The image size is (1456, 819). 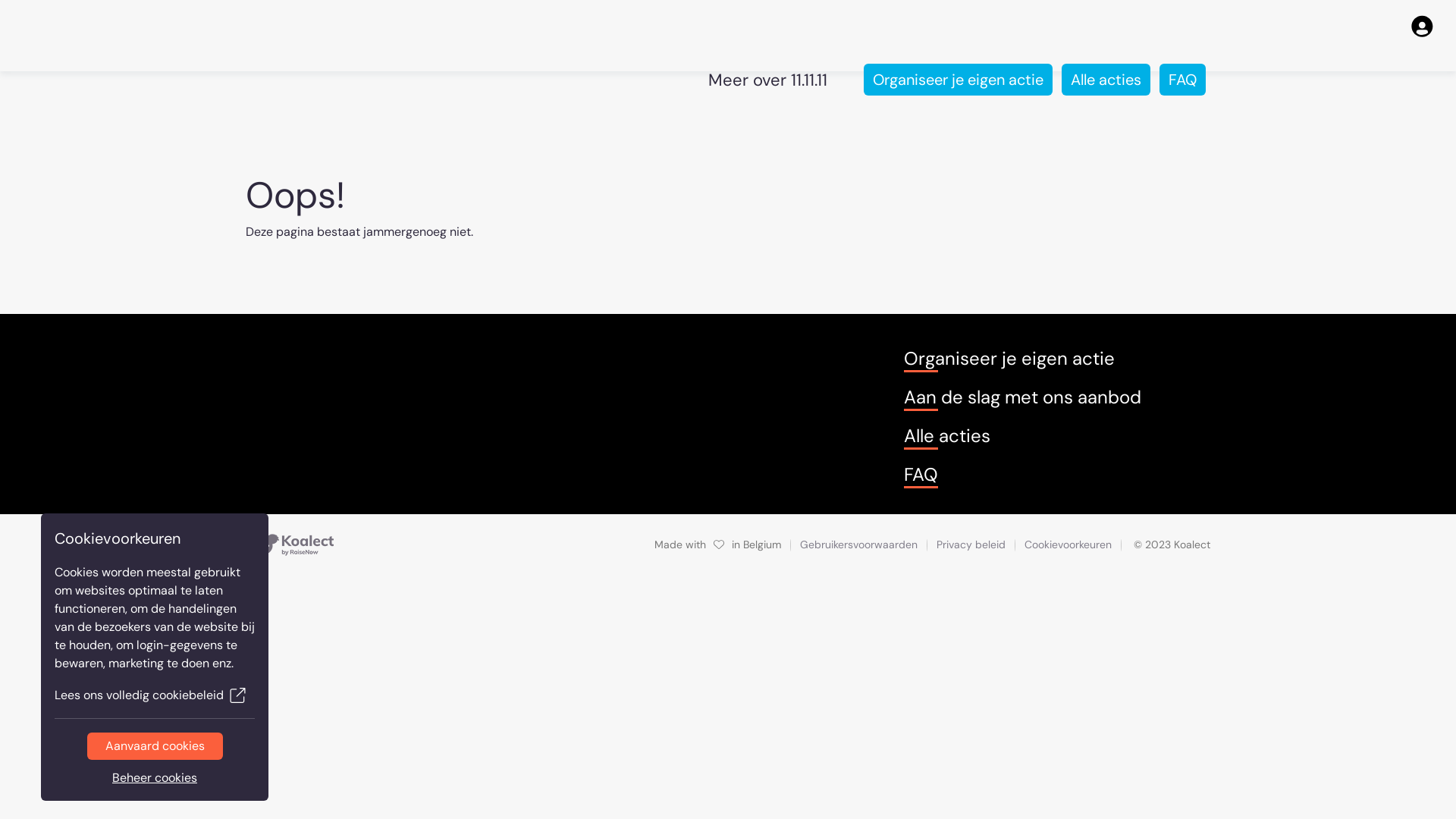 I want to click on 'Aan de slag met ons aanbod', so click(x=1022, y=397).